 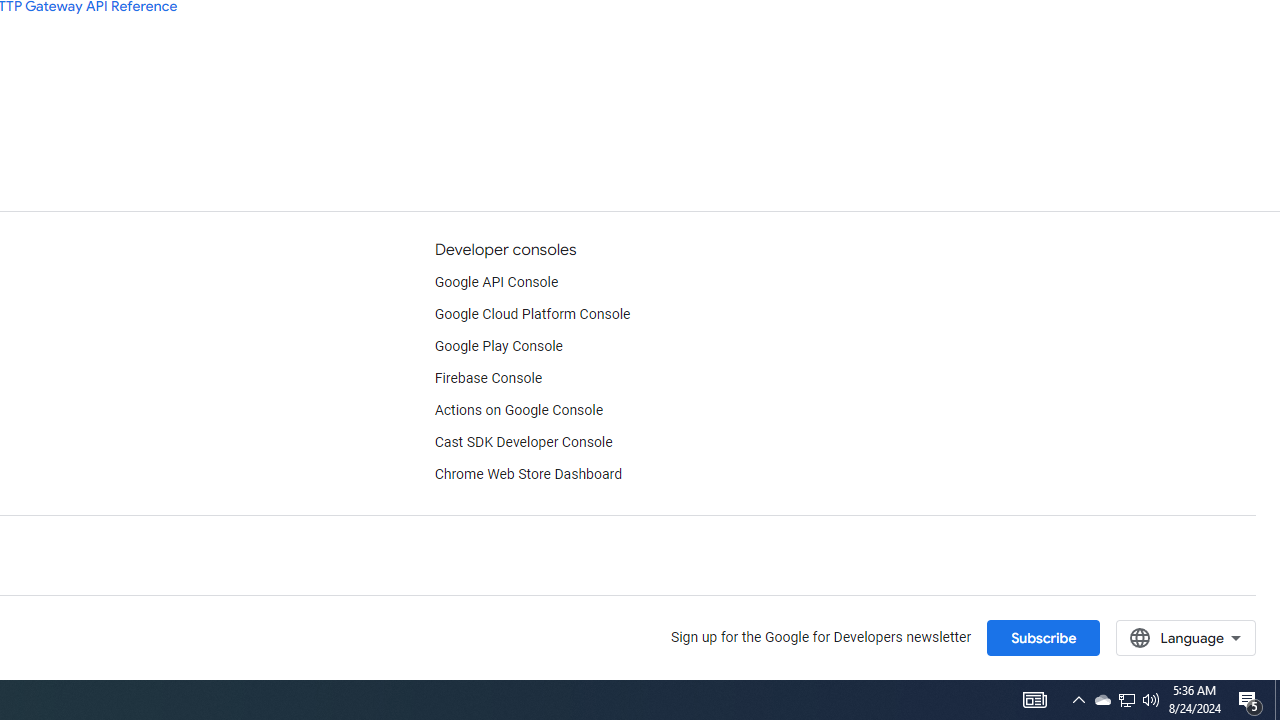 I want to click on 'Subscribe', so click(x=1042, y=637).